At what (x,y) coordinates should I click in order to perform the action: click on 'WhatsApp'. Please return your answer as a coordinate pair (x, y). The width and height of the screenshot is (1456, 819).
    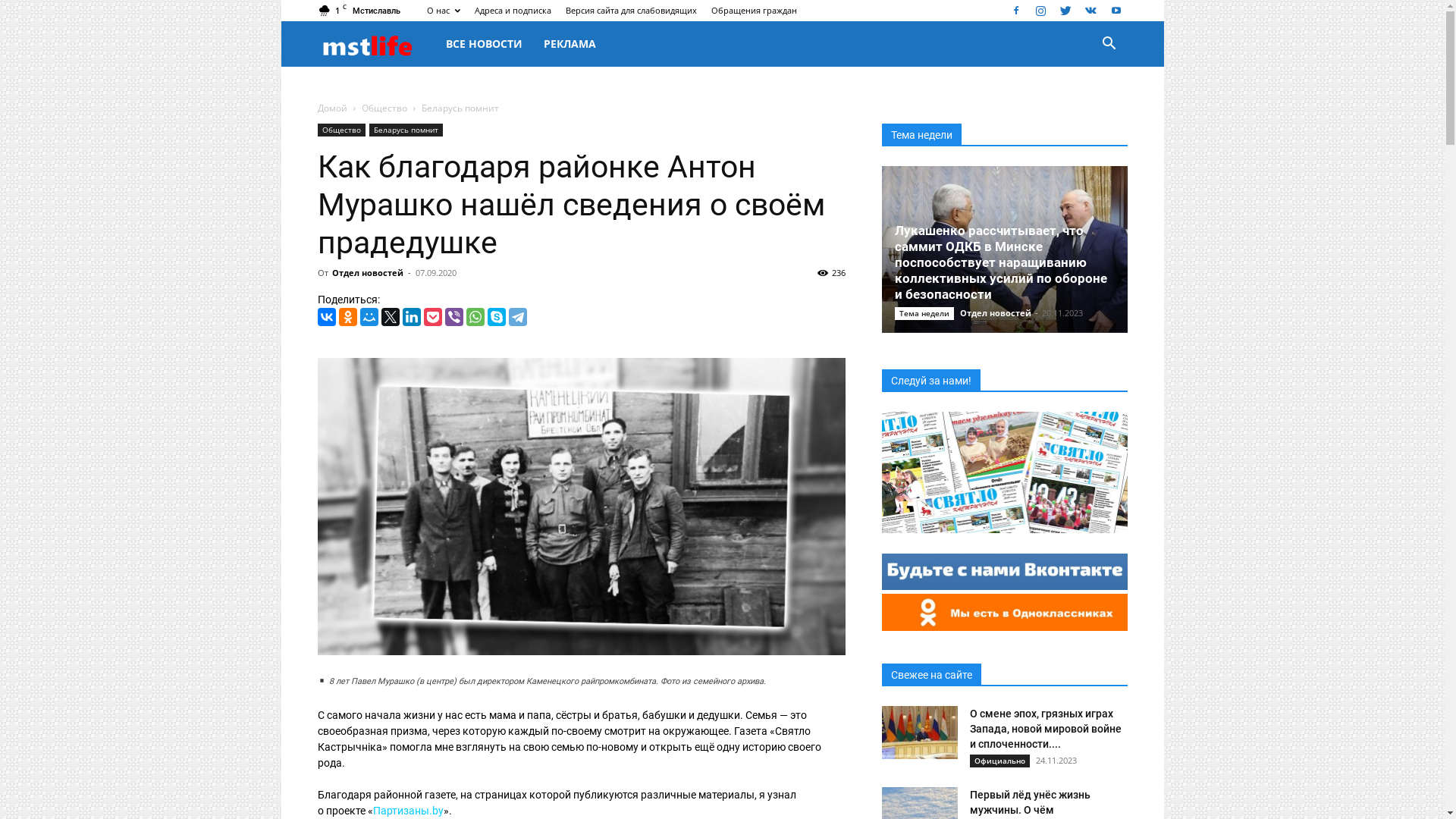
    Looking at the image, I should click on (473, 315).